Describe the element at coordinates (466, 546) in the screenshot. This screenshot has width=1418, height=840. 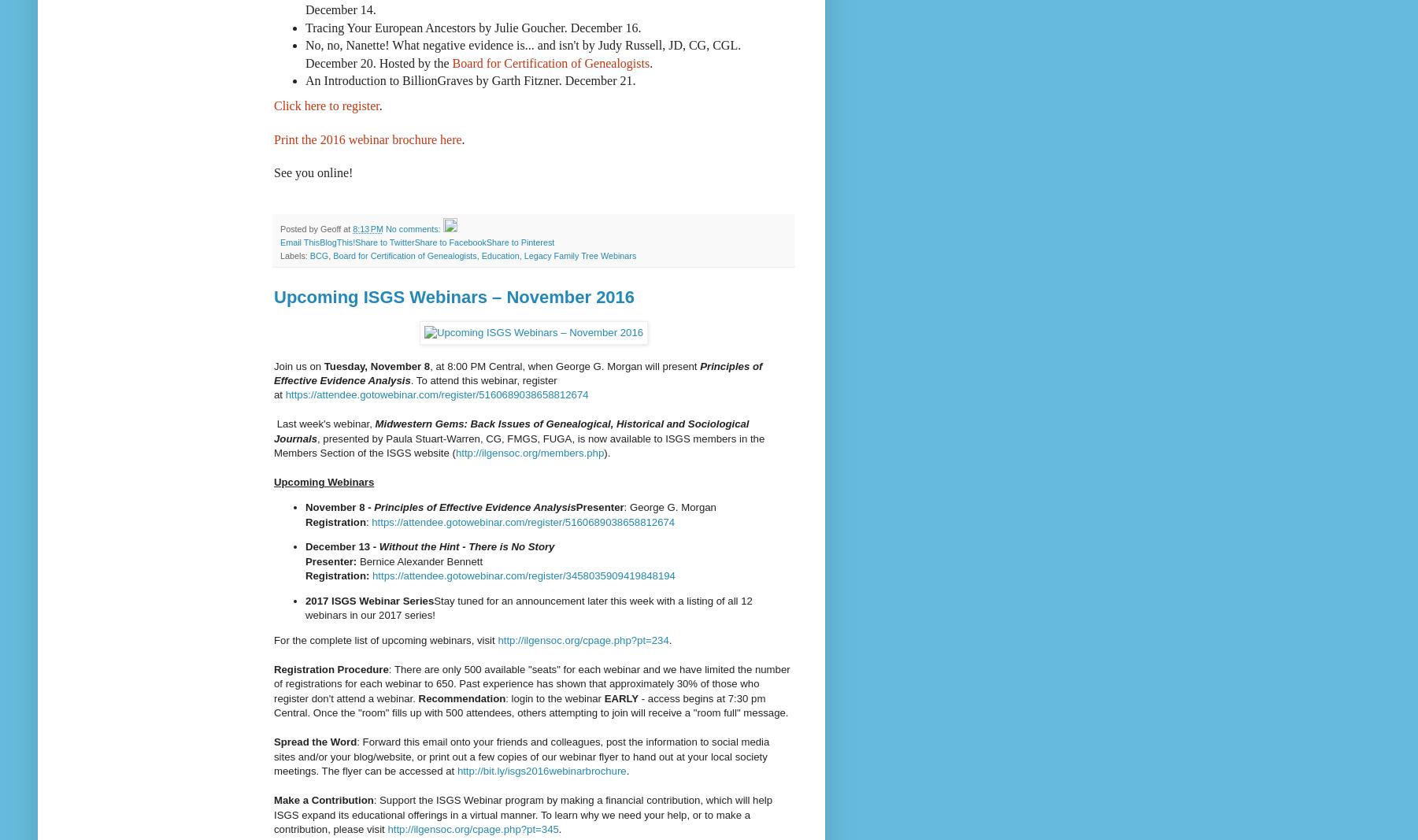
I see `'Without the Hint - There is No Story'` at that location.